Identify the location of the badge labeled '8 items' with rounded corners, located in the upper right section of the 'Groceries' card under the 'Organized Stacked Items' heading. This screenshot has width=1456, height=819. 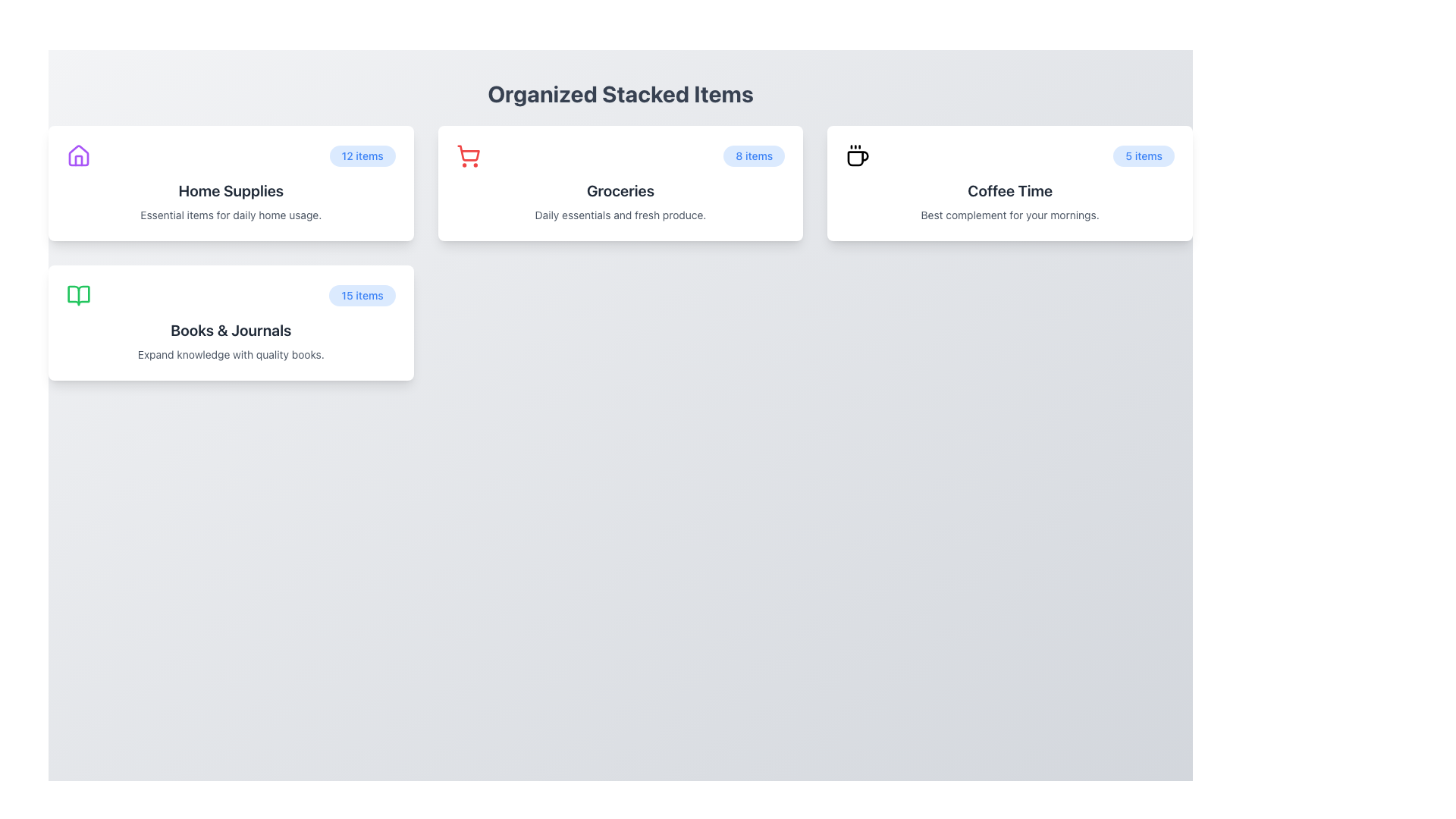
(754, 155).